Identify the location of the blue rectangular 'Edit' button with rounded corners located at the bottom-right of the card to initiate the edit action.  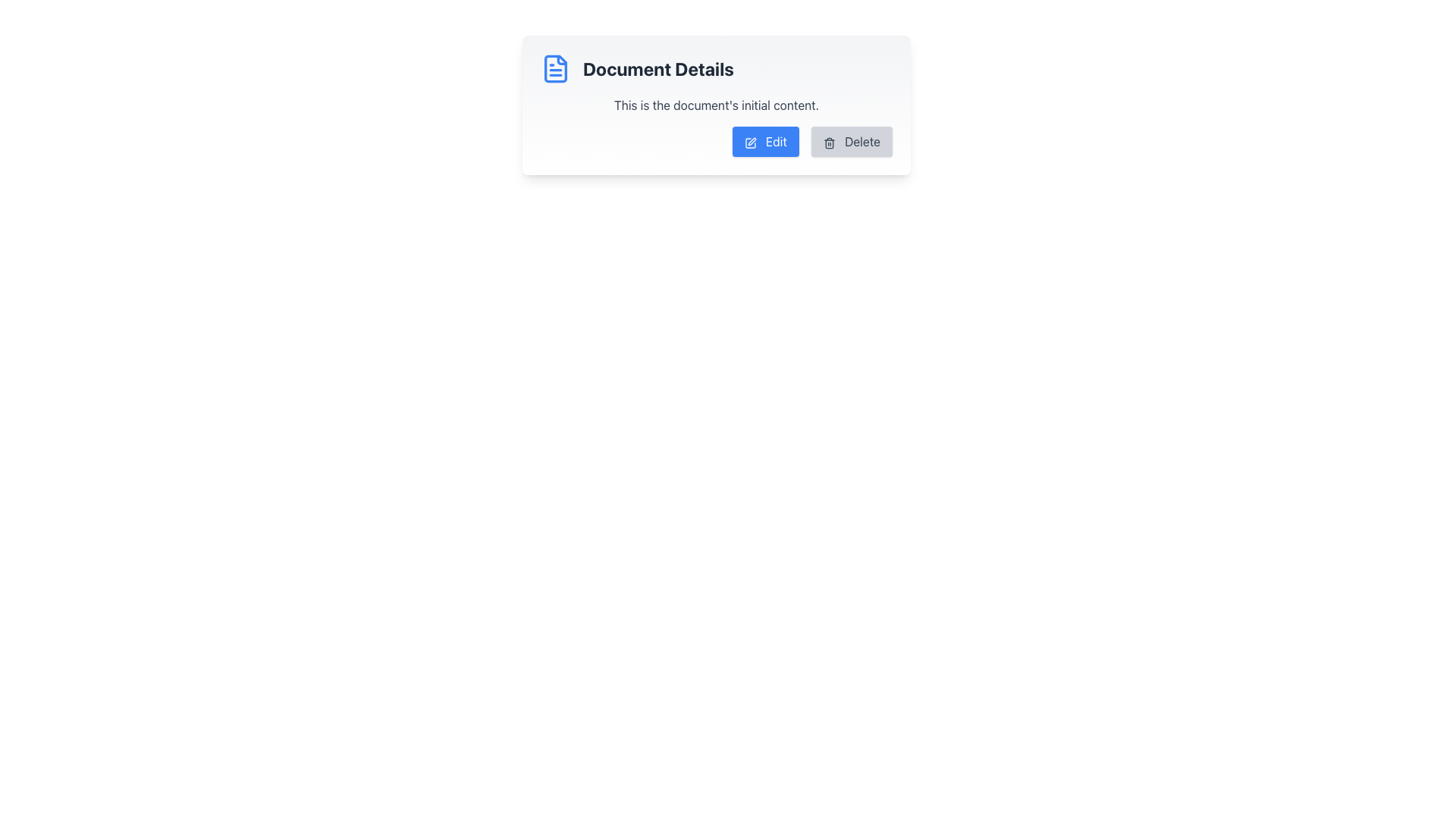
(765, 141).